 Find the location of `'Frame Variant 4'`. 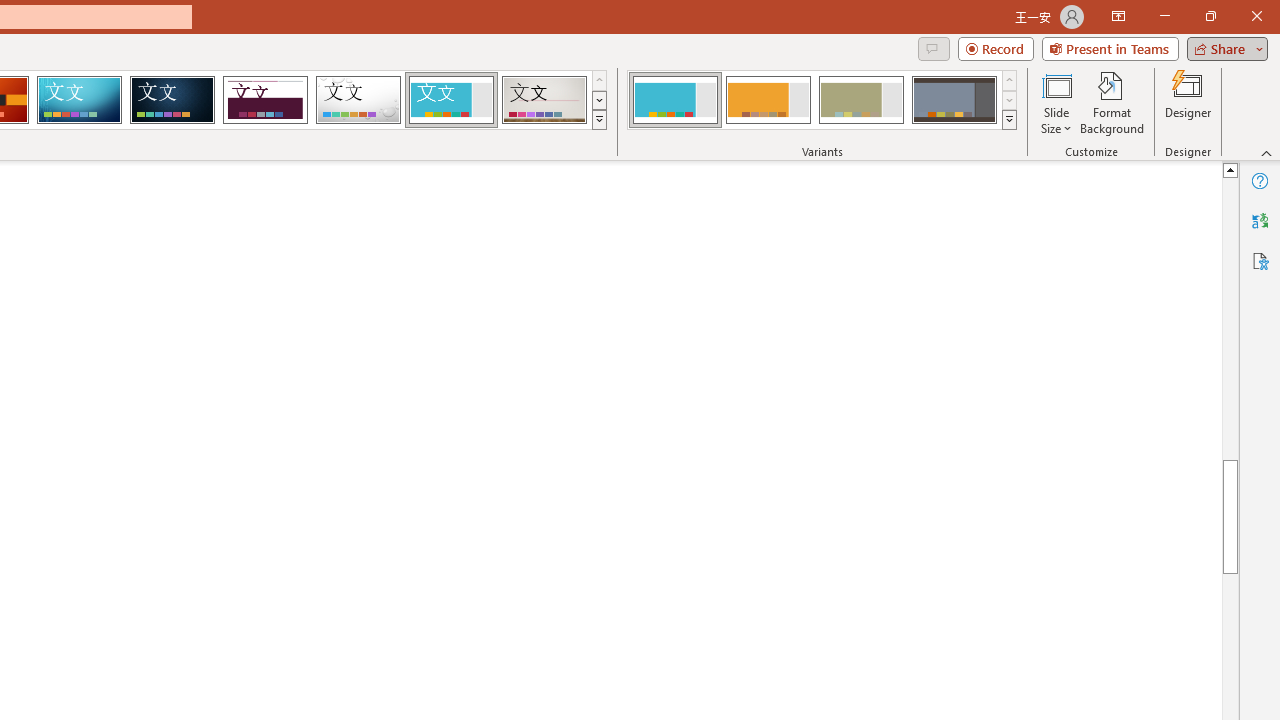

'Frame Variant 4' is located at coordinates (953, 100).